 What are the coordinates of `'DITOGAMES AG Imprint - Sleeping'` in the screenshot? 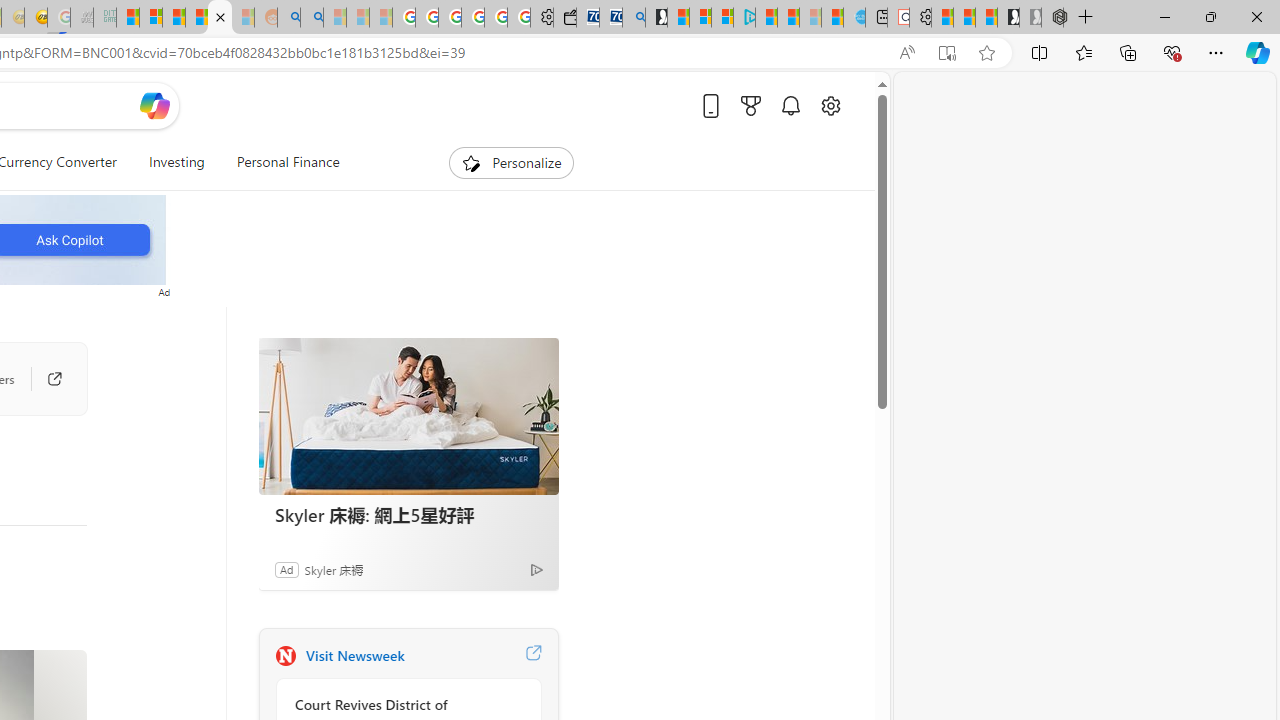 It's located at (103, 17).